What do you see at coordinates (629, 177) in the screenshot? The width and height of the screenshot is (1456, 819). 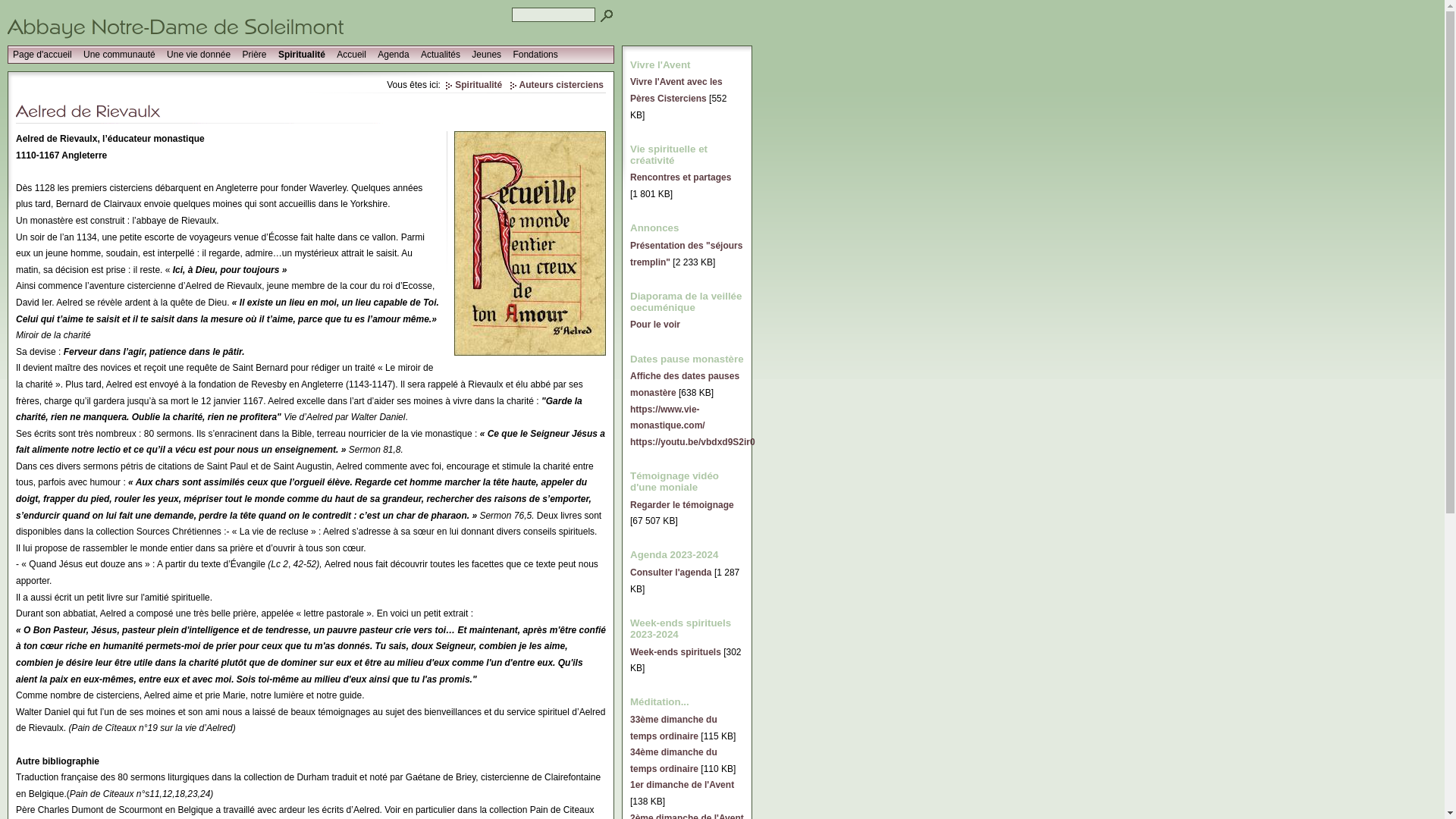 I see `'Rencontres et partages'` at bounding box center [629, 177].